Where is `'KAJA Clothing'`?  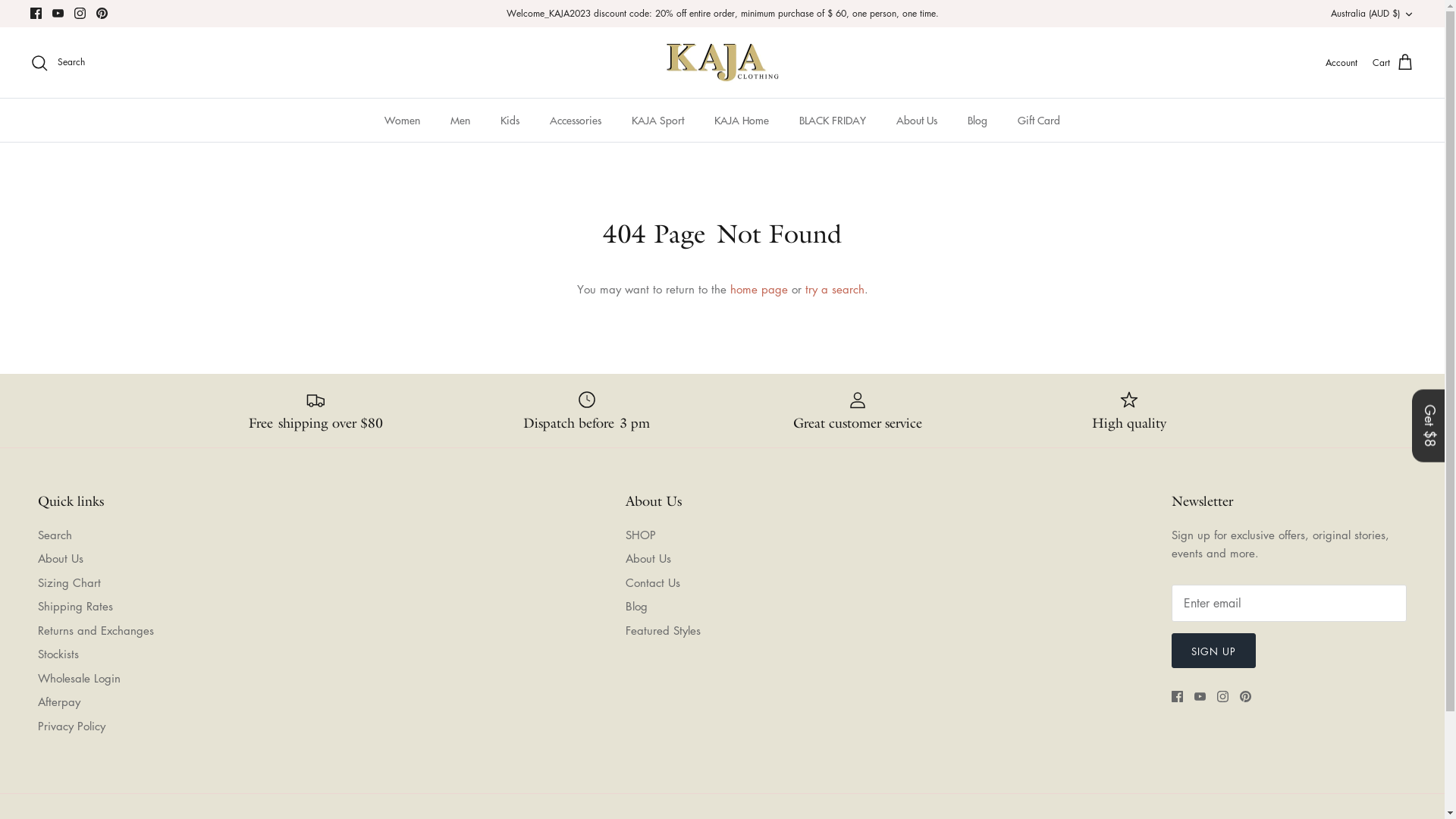
'KAJA Clothing' is located at coordinates (663, 62).